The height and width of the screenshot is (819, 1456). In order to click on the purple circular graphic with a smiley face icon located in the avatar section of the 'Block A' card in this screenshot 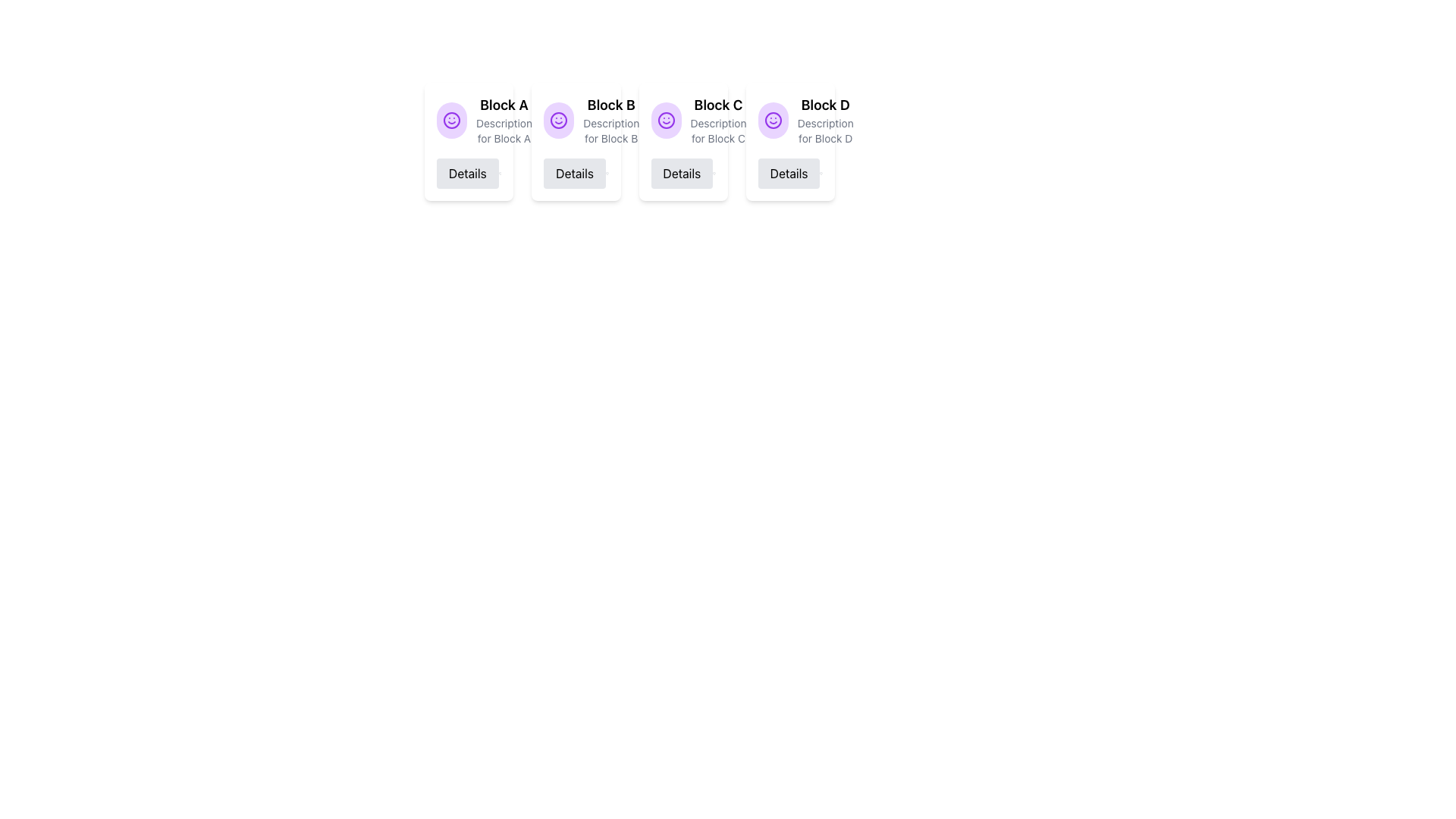, I will do `click(558, 119)`.